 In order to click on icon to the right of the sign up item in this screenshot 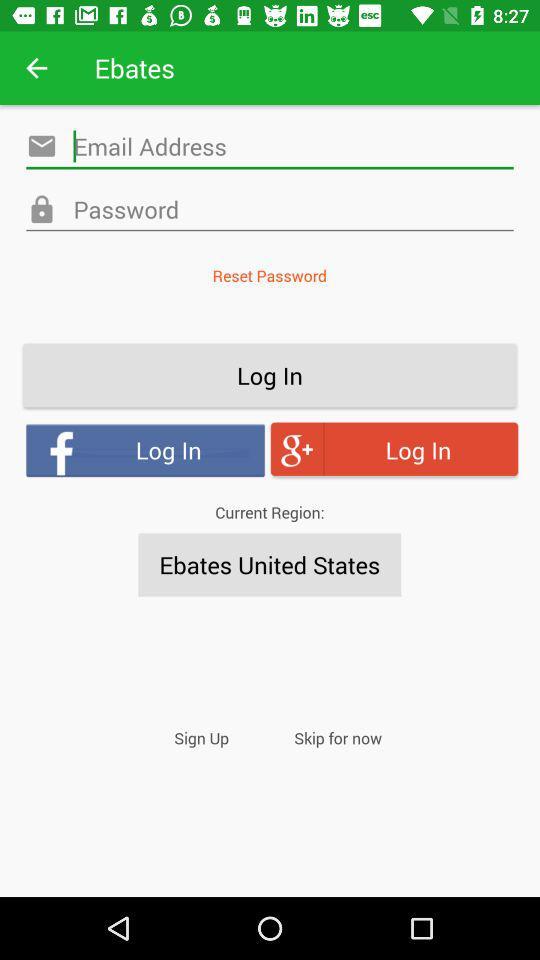, I will do `click(337, 737)`.